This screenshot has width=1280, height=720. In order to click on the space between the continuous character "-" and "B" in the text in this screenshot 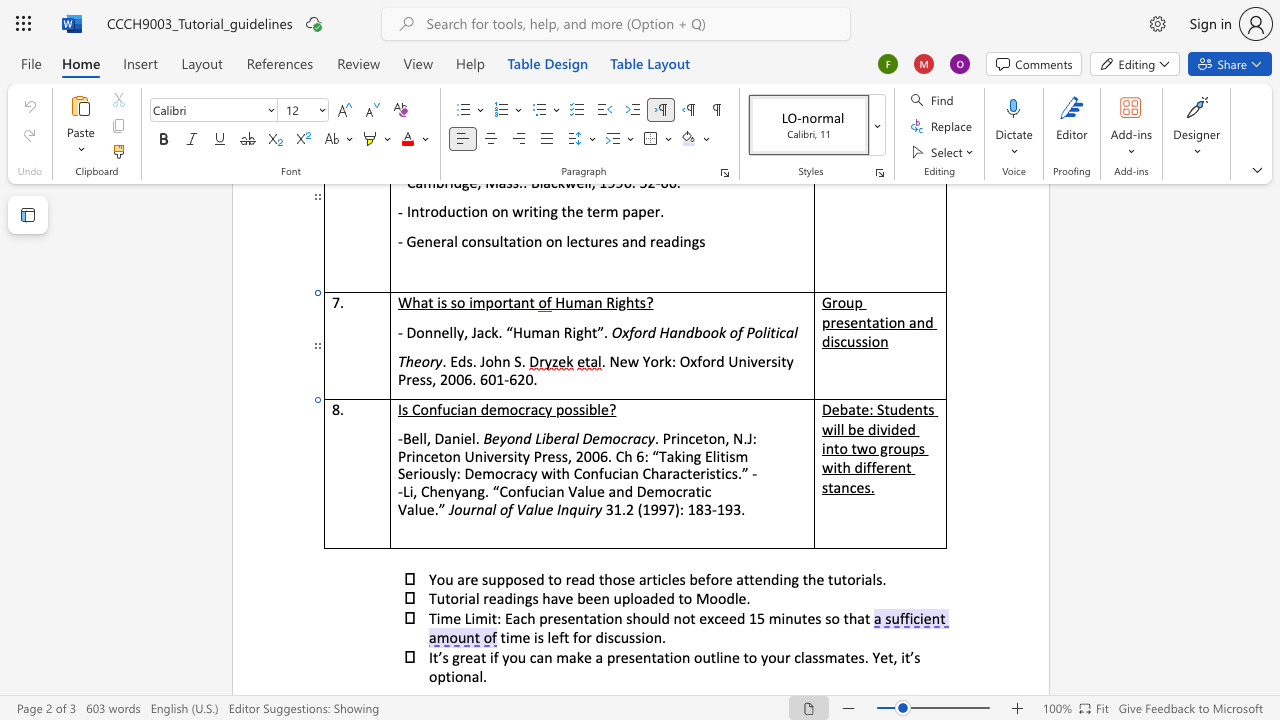, I will do `click(402, 437)`.